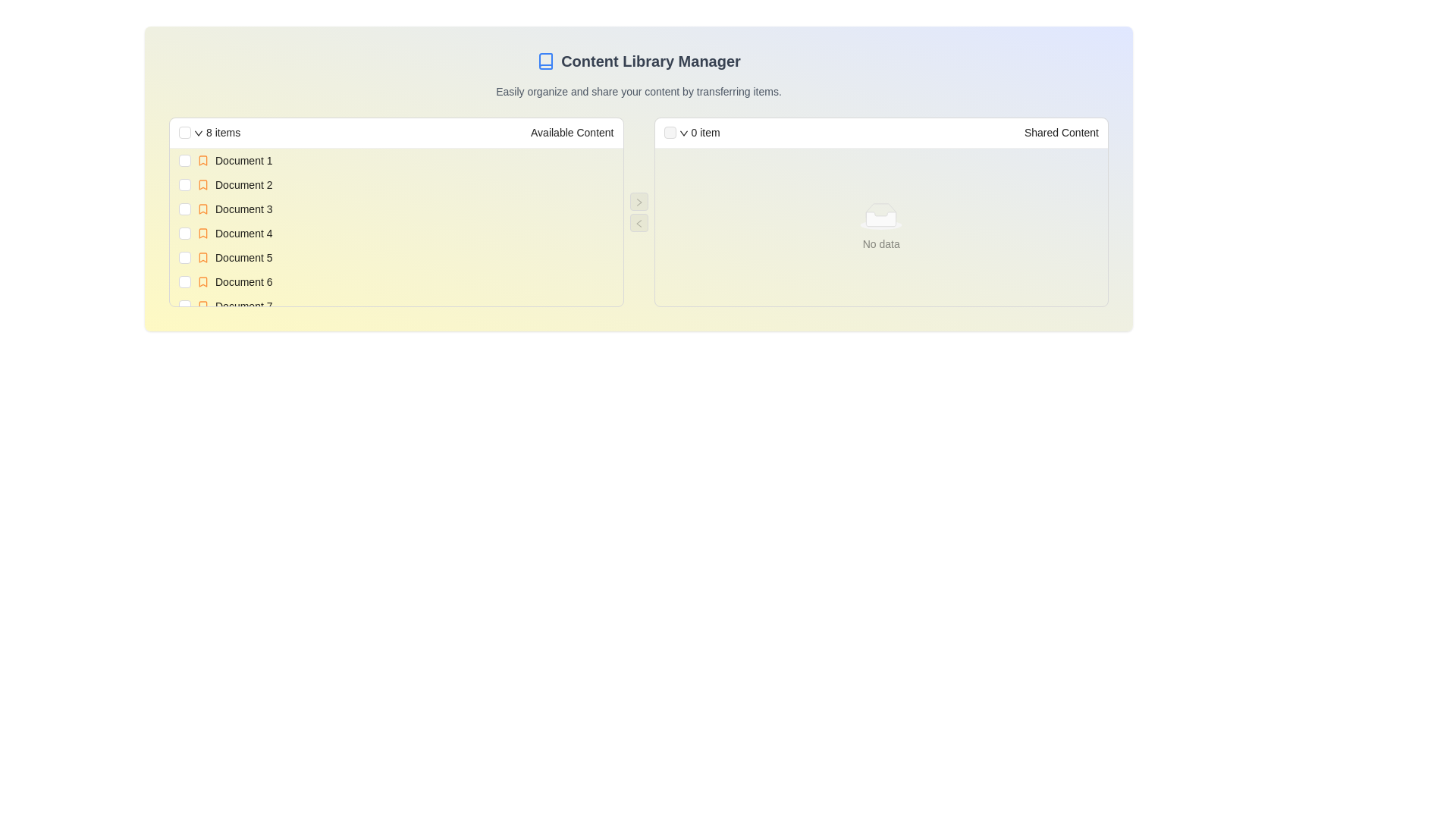 The image size is (1456, 819). Describe the element at coordinates (202, 184) in the screenshot. I see `the orange outline bookmark icon located to the left of the label 'Document 2' in the second row of the 'Available Content' list` at that location.